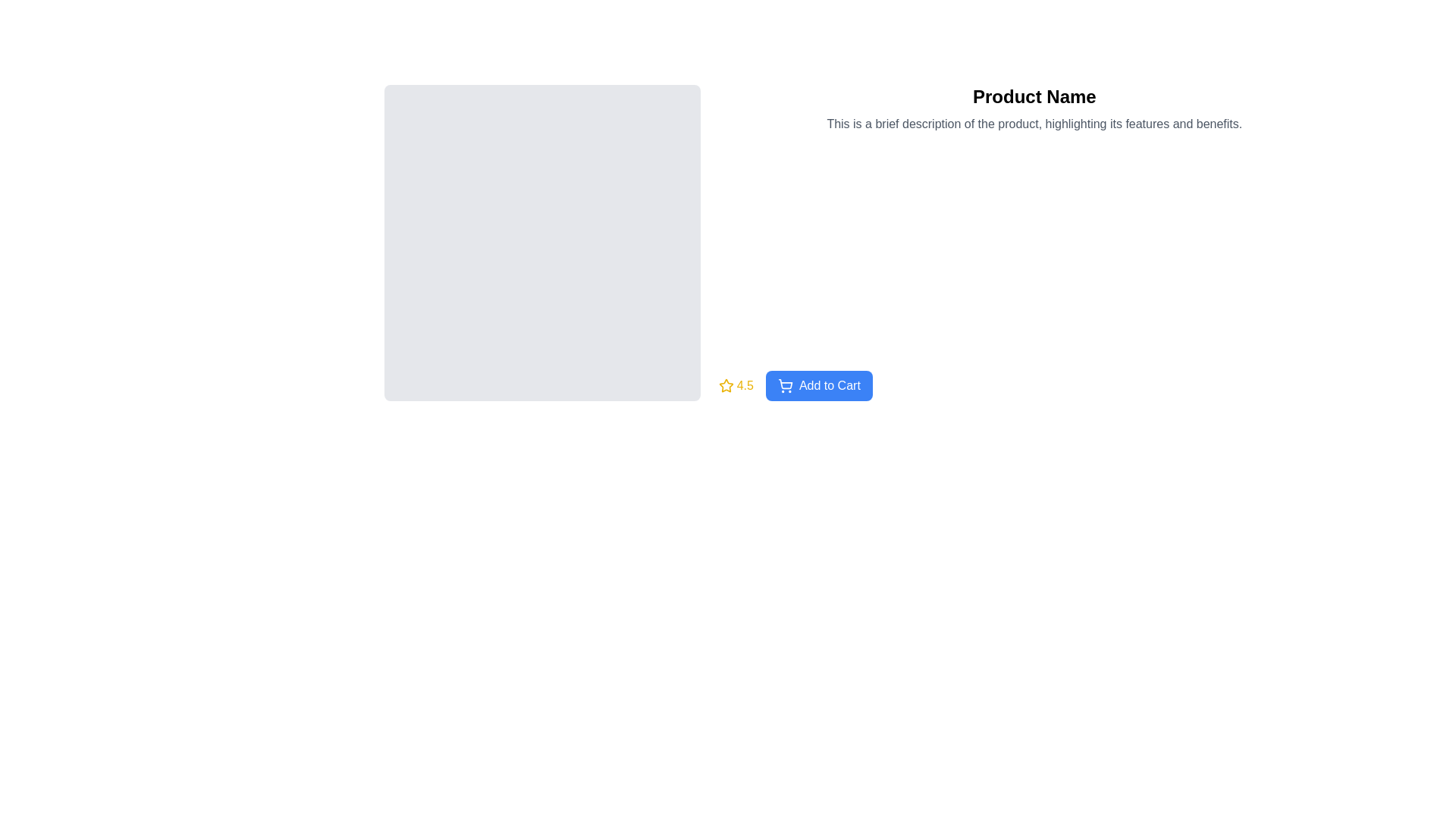 This screenshot has width=1456, height=819. What do you see at coordinates (785, 384) in the screenshot?
I see `the shopping cart icon located on the left side of the 'Add` at bounding box center [785, 384].